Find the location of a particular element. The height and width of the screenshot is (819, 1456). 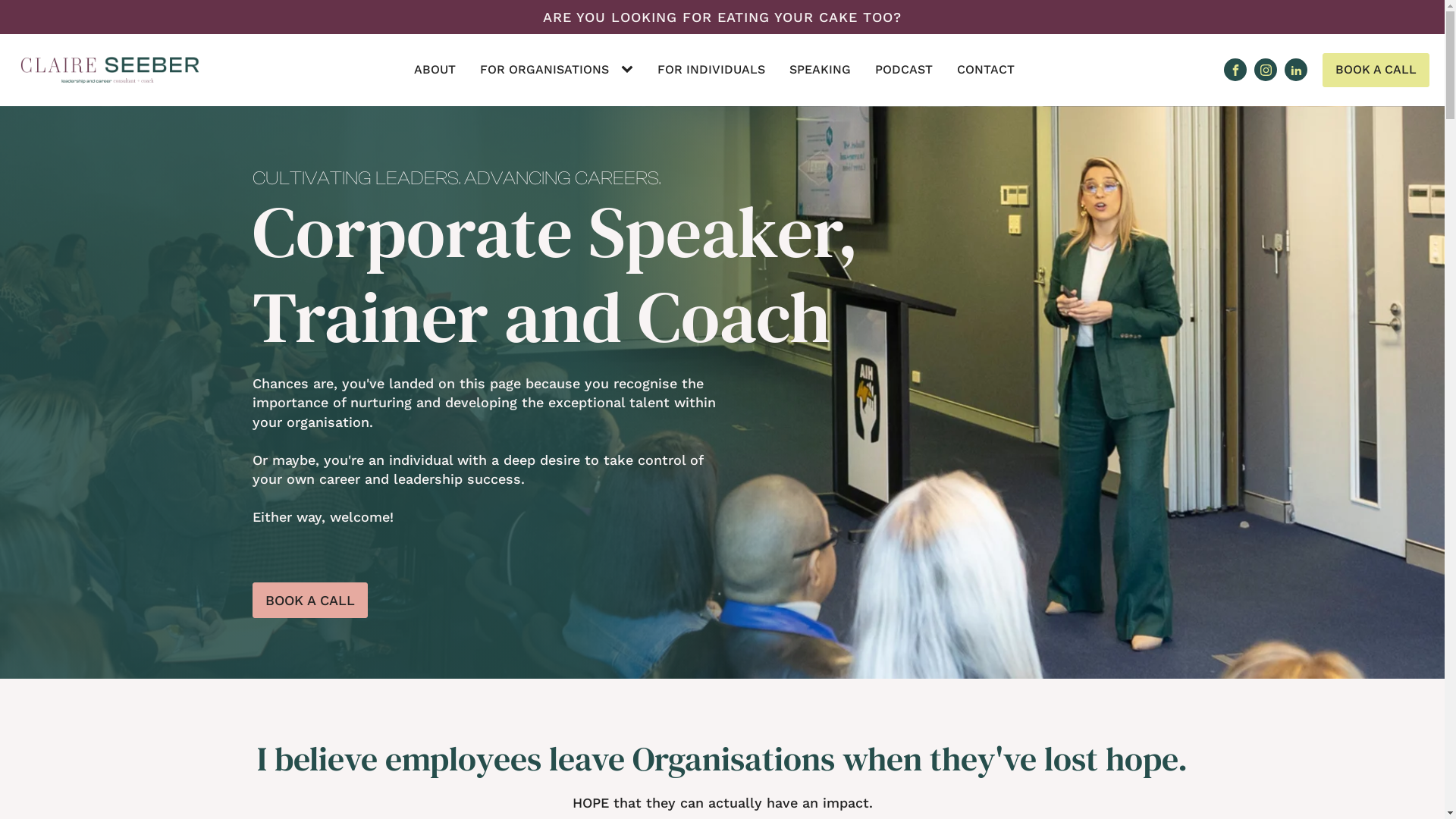

'SPEAKING' is located at coordinates (819, 70).